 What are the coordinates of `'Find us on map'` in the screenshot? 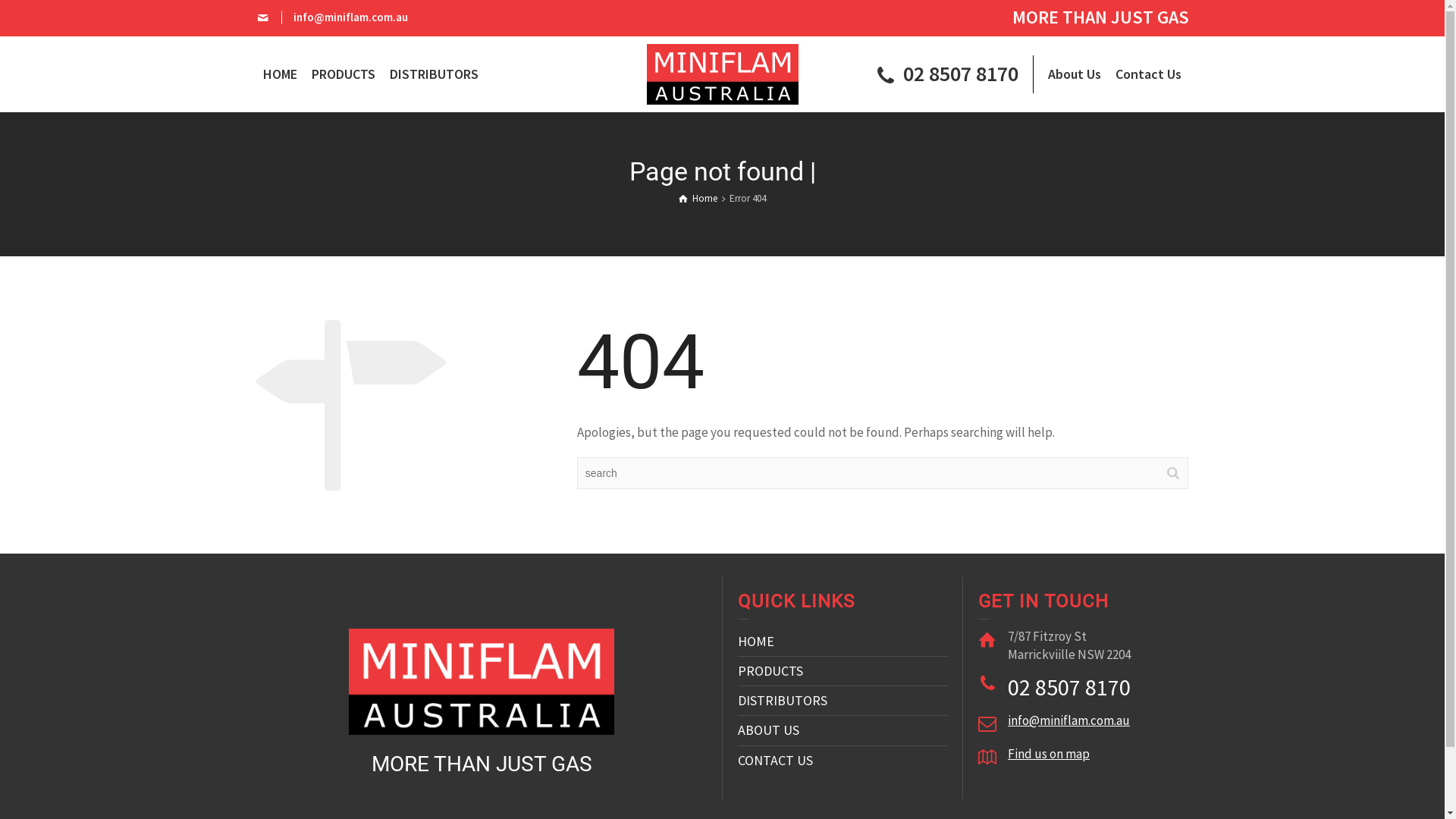 It's located at (1047, 754).